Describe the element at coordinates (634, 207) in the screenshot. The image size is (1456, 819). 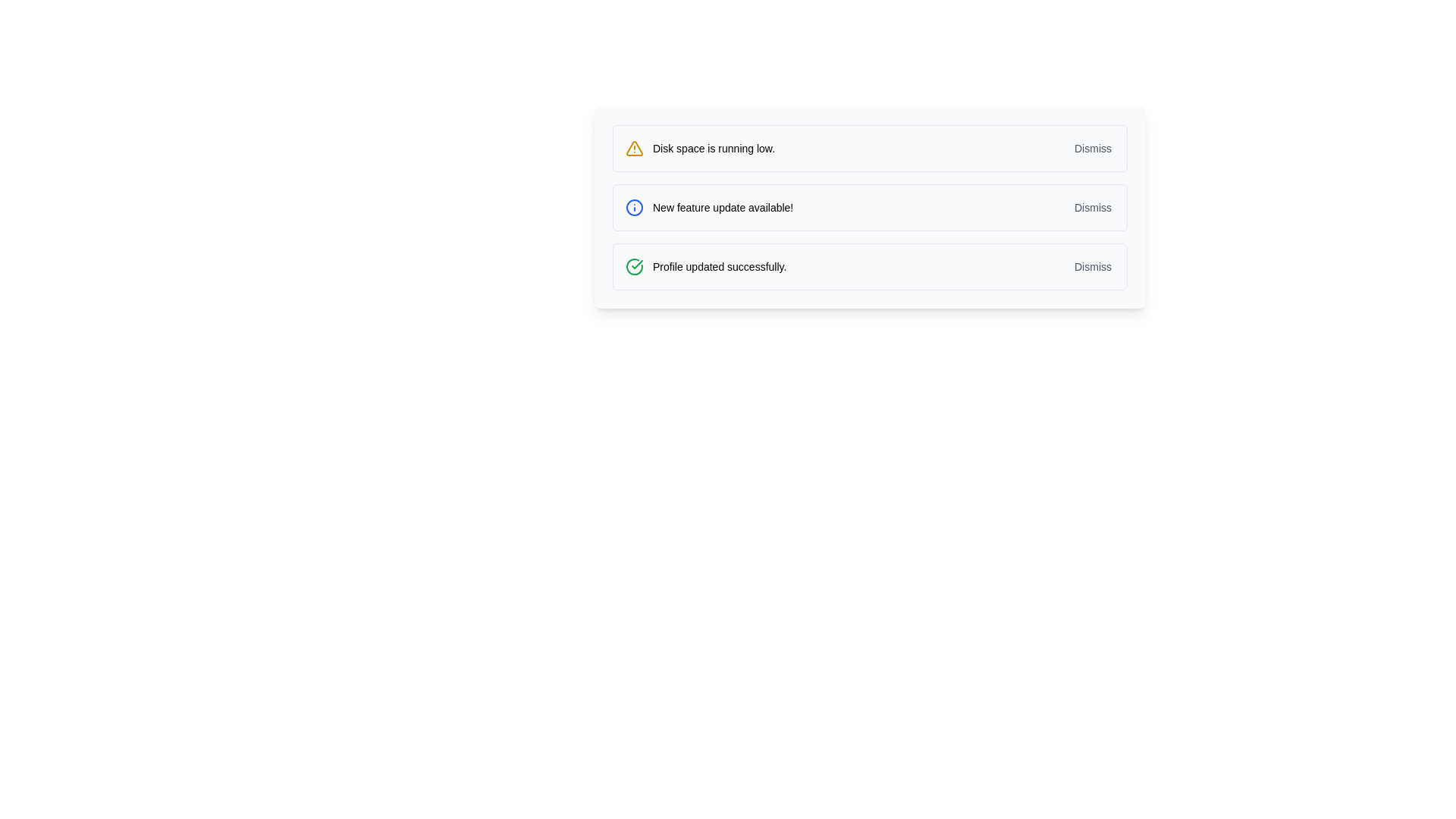
I see `the circular blue outlined icon with a blue dot at its center, which symbolizes an information marker, located in the middle notification panel before the text 'New feature update available!'` at that location.